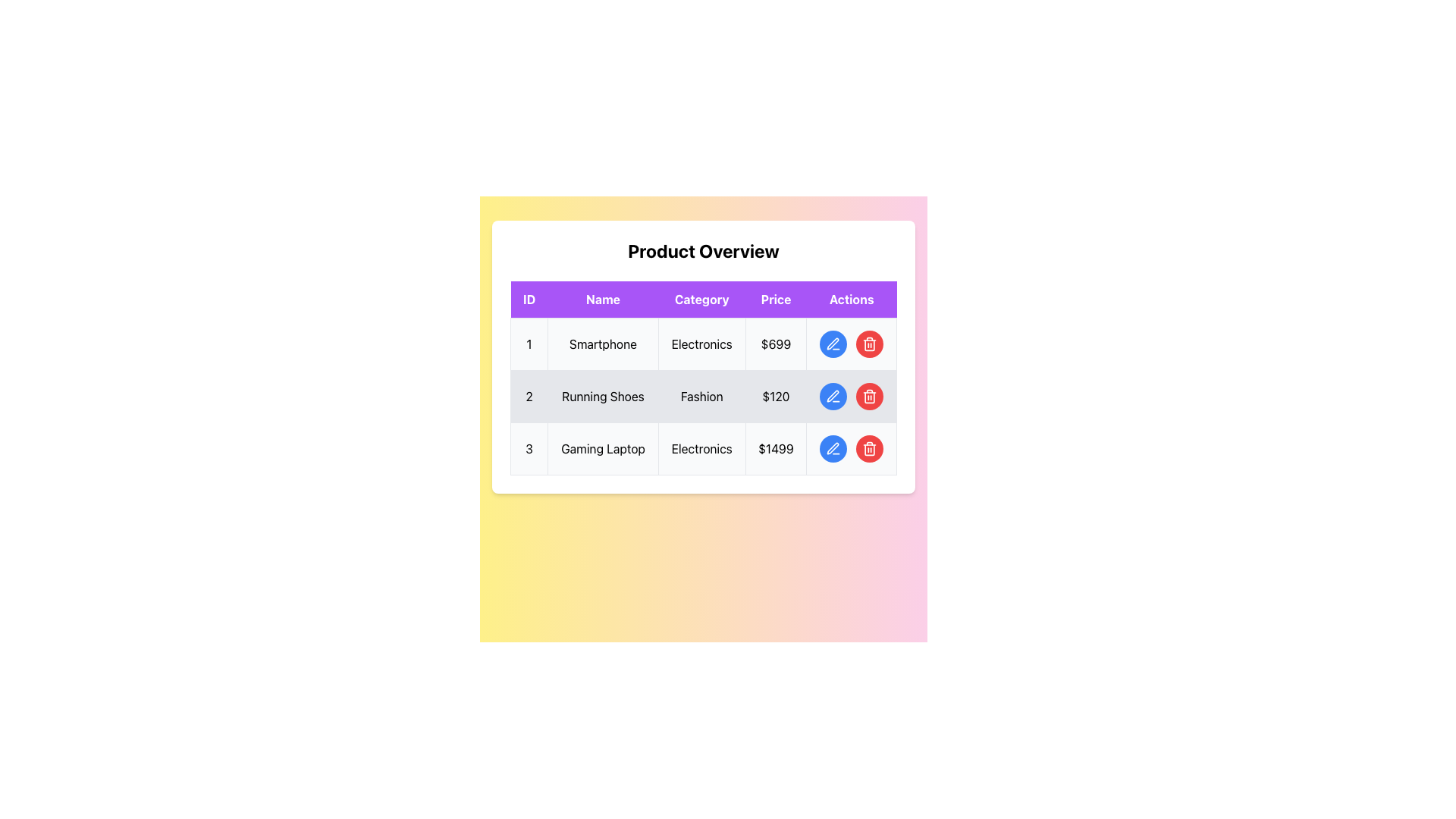  Describe the element at coordinates (776, 344) in the screenshot. I see `the Text label displaying the price '$699' in the fourth column of the first row of the 'Product Overview' table` at that location.